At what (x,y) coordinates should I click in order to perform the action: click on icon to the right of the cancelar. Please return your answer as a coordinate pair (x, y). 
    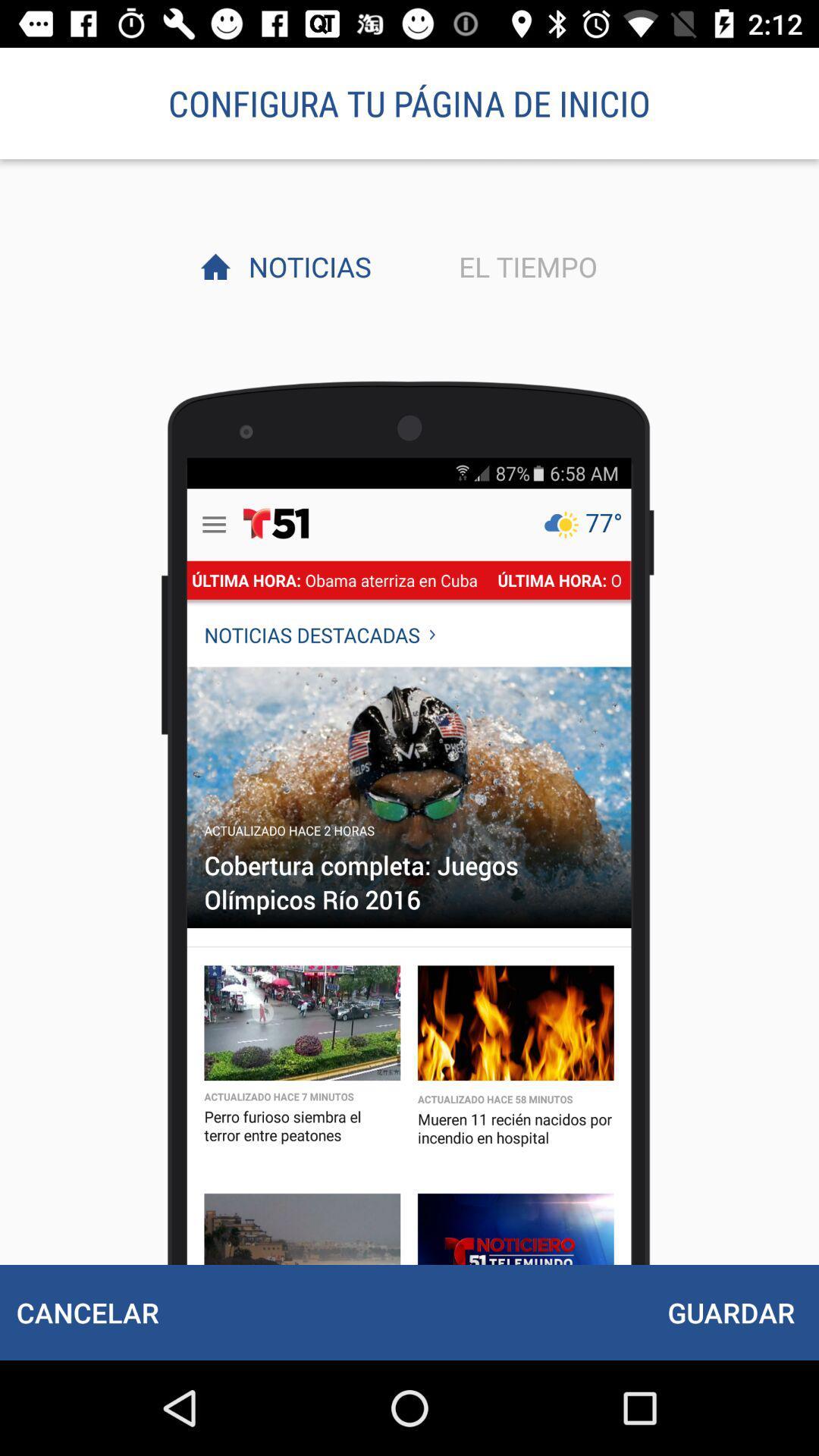
    Looking at the image, I should click on (730, 1312).